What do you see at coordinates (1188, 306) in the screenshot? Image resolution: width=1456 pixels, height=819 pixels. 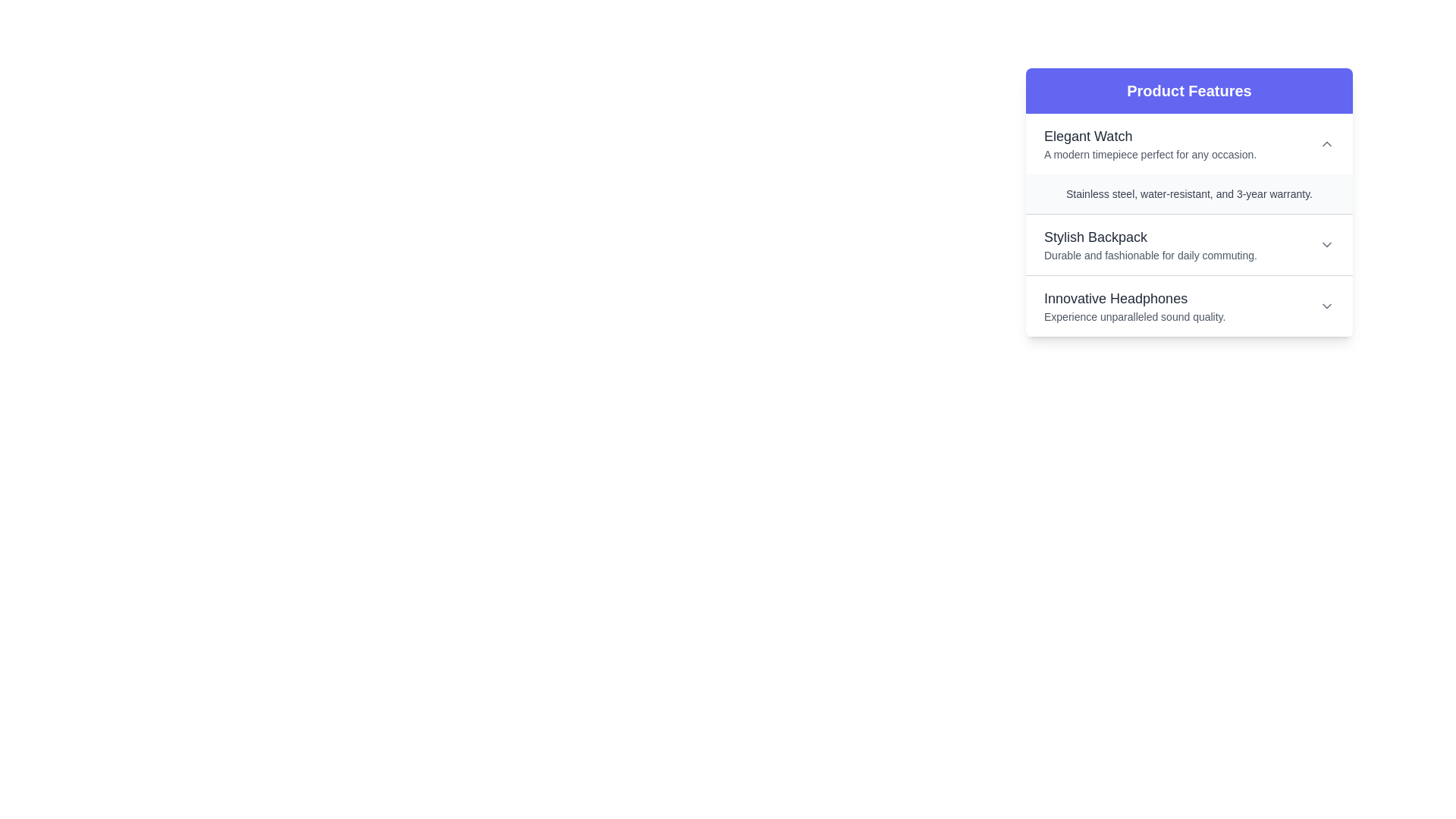 I see `the 'Innovative Headphones' button in the 'Product Features' section` at bounding box center [1188, 306].